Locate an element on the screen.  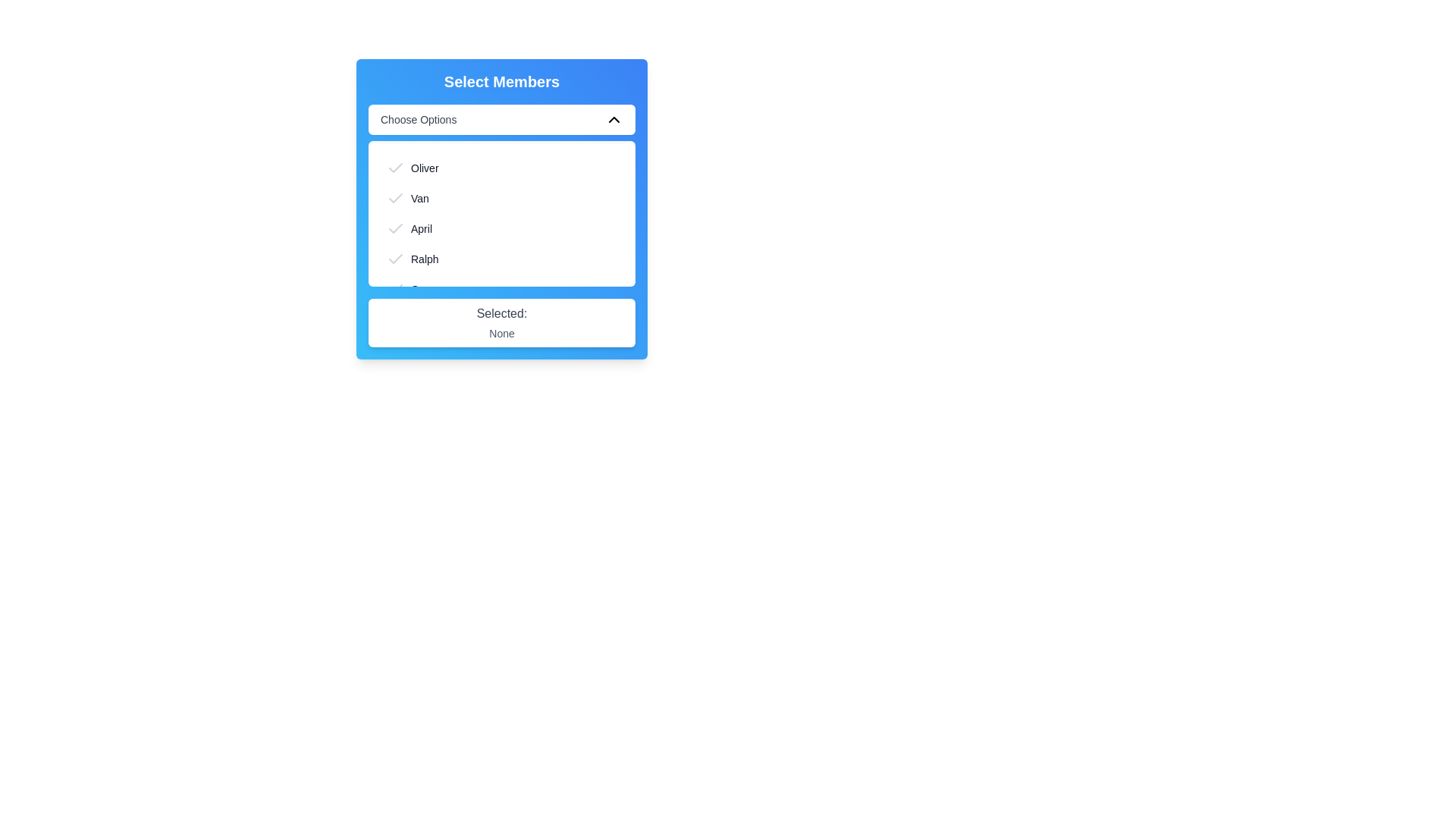
the selection state icon at the beginning of the row labeled 'Omar' in the dropdown list is located at coordinates (396, 289).